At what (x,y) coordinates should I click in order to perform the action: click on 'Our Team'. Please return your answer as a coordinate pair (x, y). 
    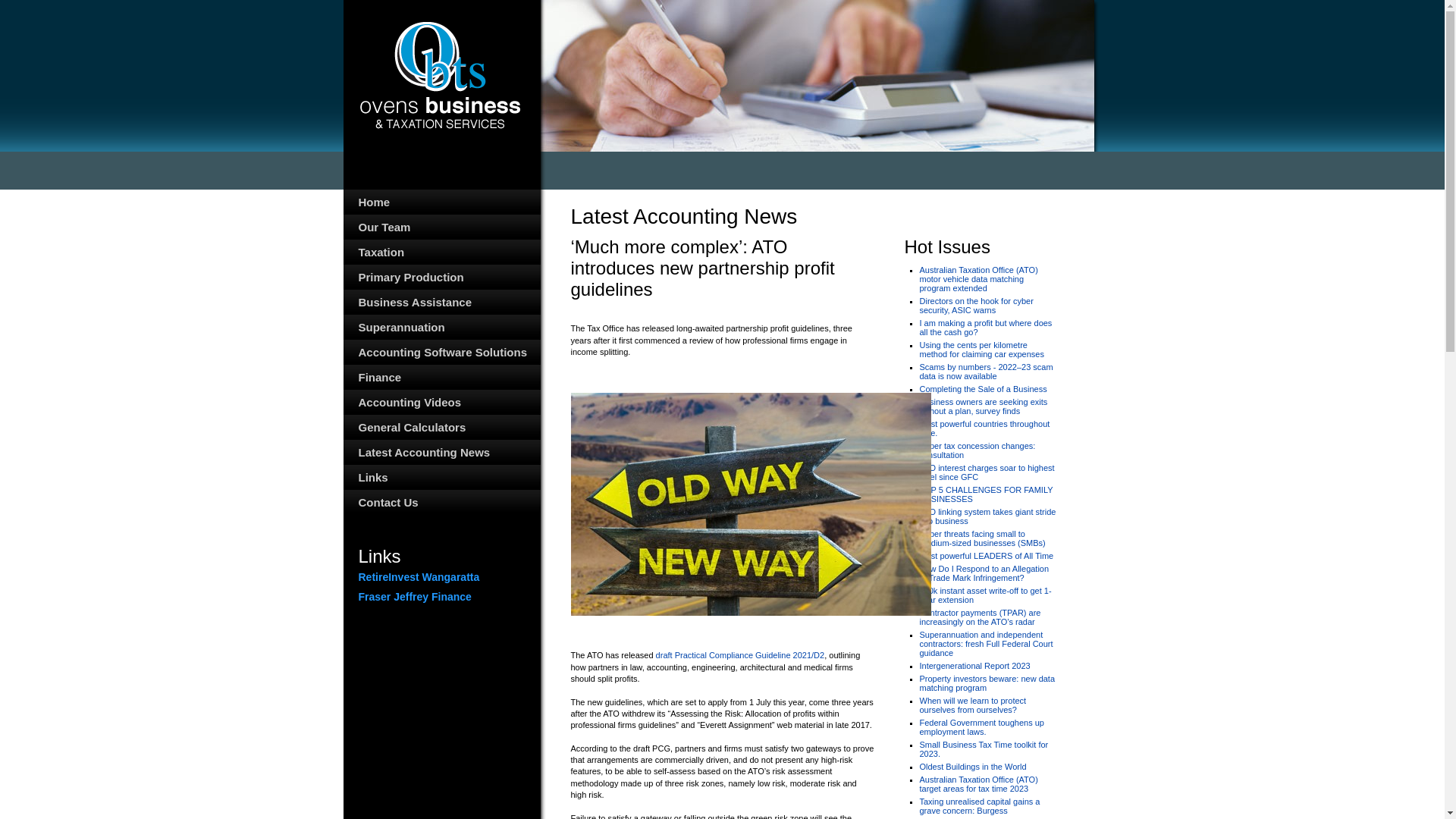
    Looking at the image, I should click on (440, 227).